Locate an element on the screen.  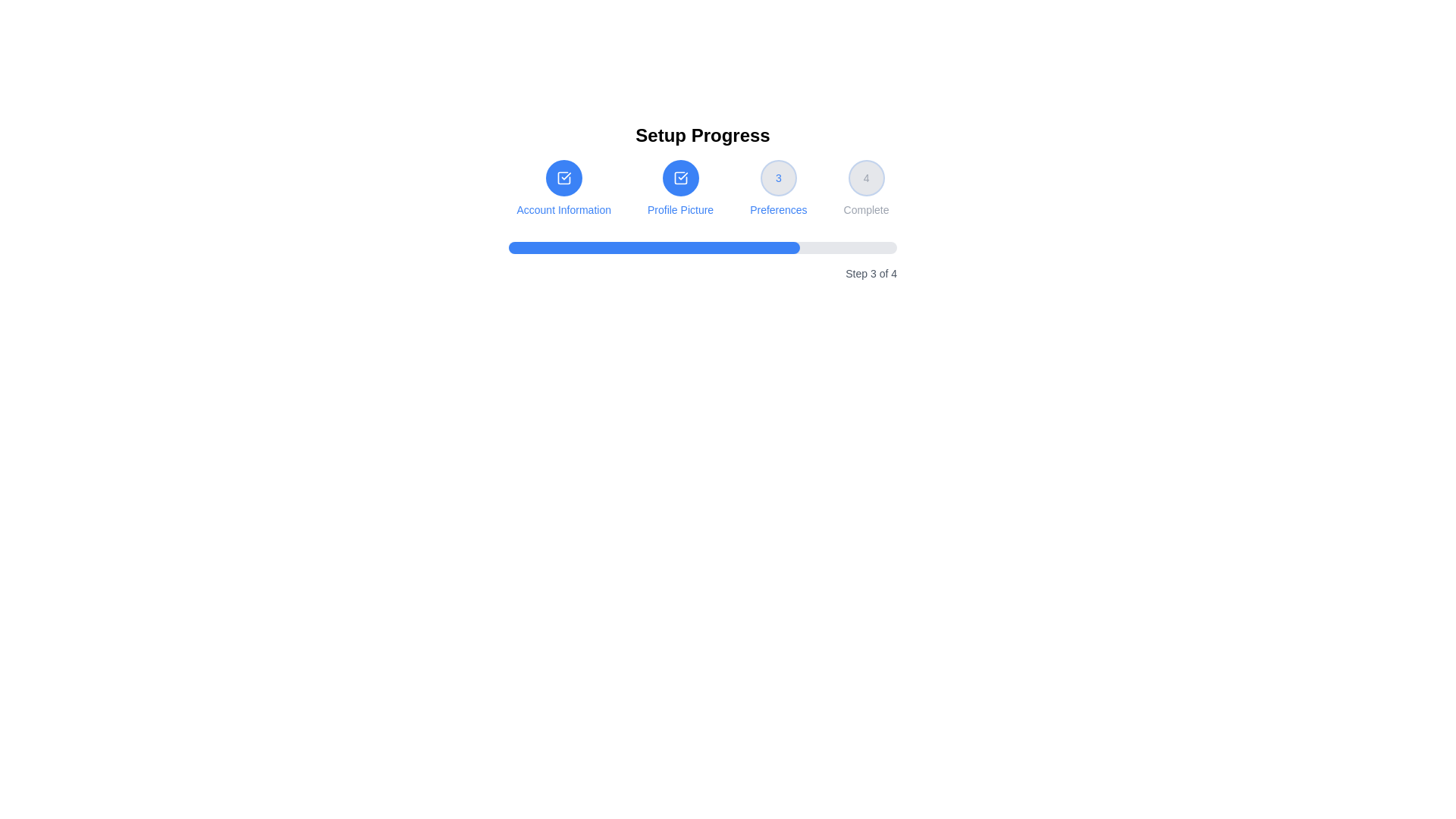
the circular icon with a checkmark inside a square, which is styled with a blue background and white icon, located in the 'Profile Picture' step of the setup progress interface is located at coordinates (679, 177).